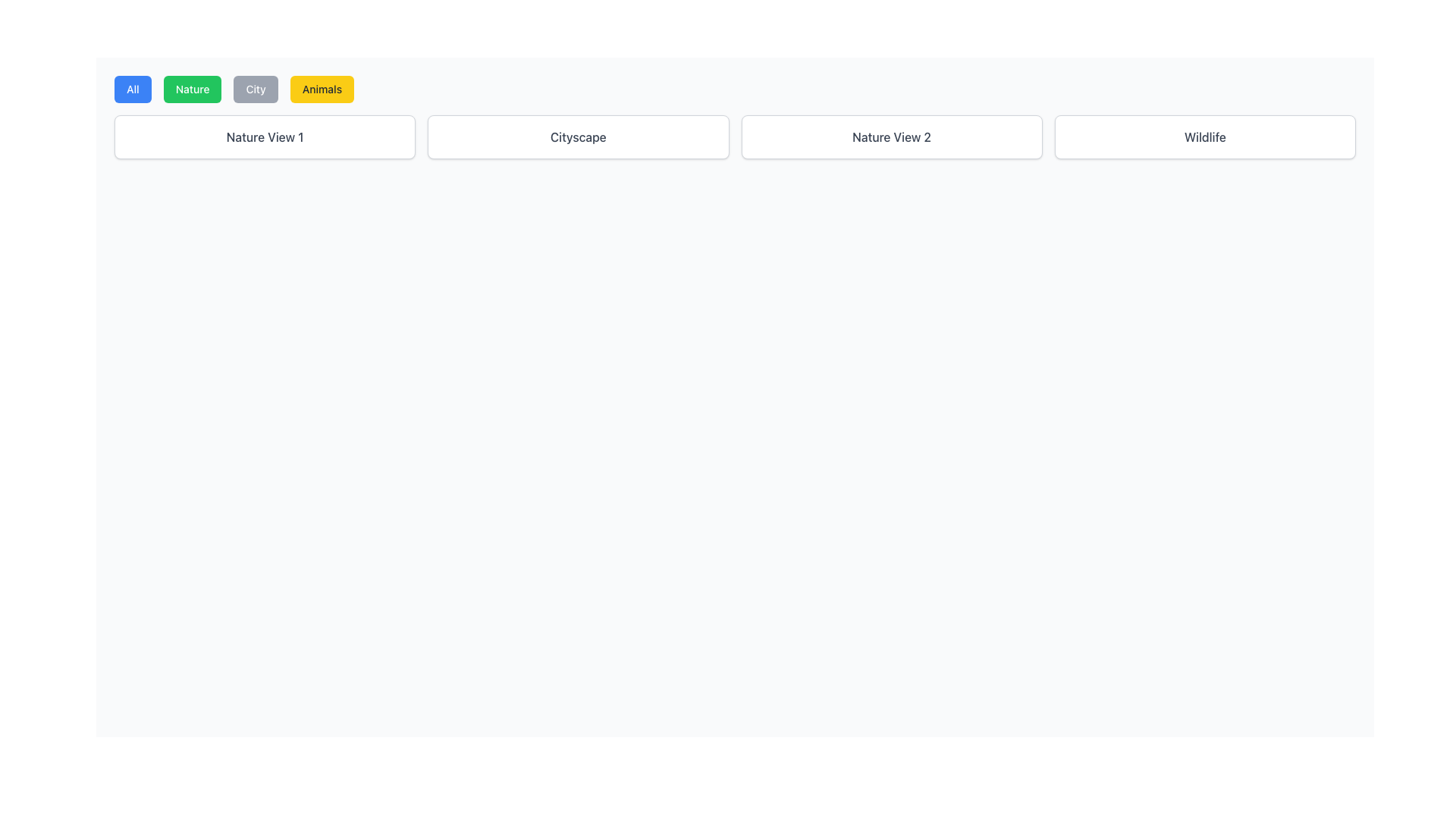 The image size is (1456, 819). What do you see at coordinates (256, 89) in the screenshot?
I see `the gray rounded button labeled 'City'` at bounding box center [256, 89].